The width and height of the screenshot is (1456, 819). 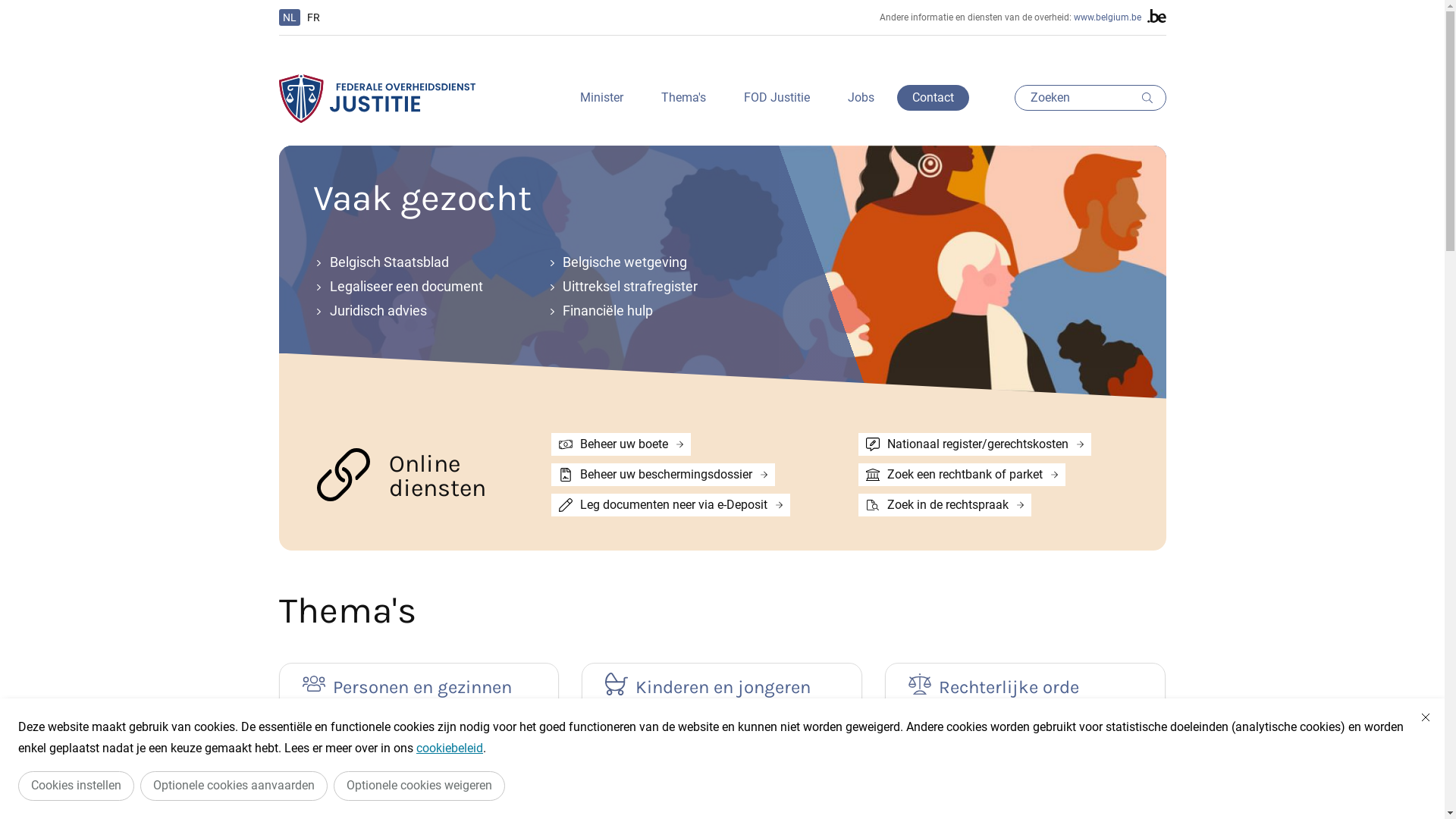 What do you see at coordinates (600, 97) in the screenshot?
I see `'Minister'` at bounding box center [600, 97].